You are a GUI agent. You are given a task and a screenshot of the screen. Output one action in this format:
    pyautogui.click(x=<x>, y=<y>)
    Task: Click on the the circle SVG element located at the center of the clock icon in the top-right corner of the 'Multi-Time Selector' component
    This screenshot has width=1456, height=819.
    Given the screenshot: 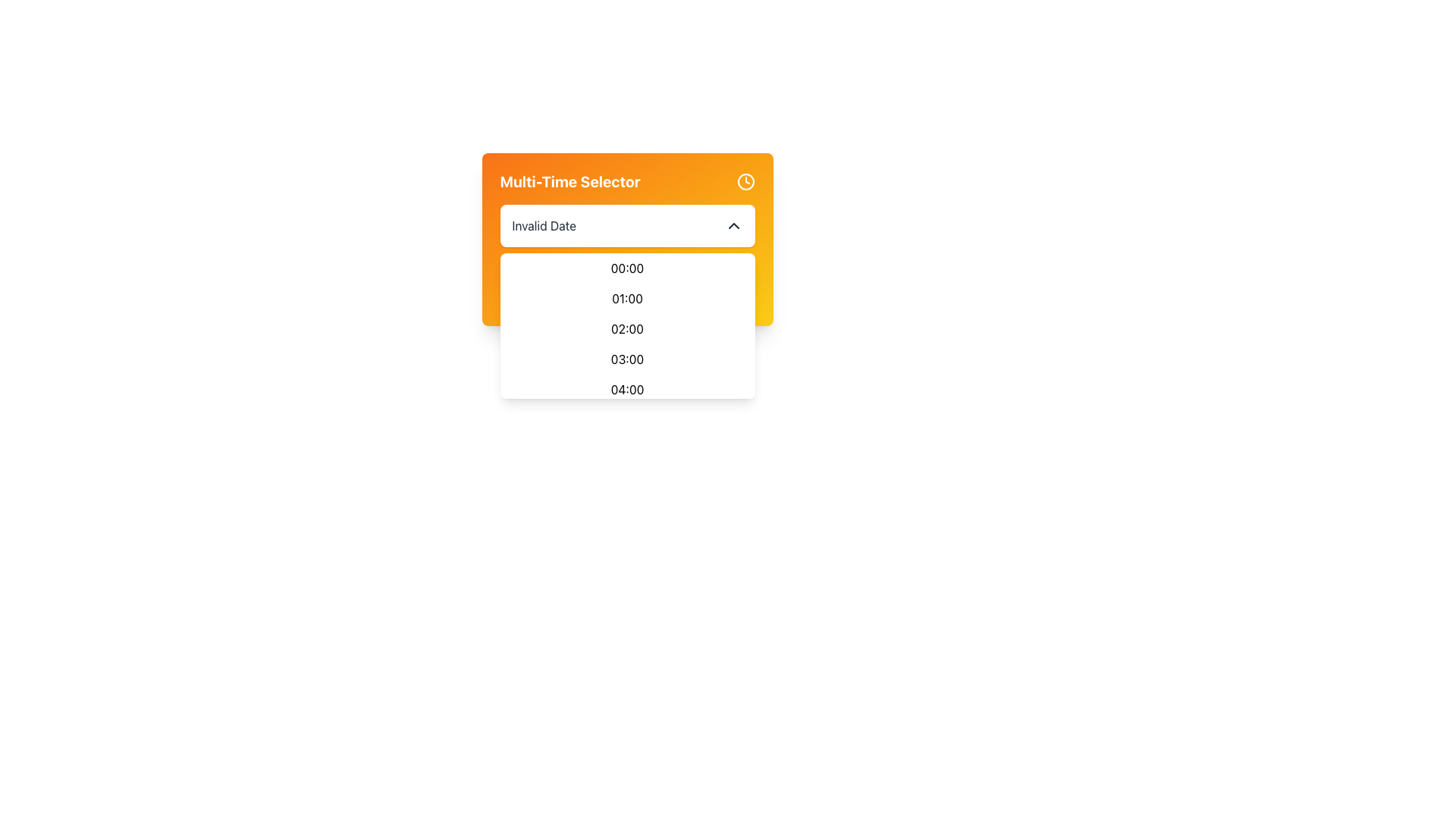 What is the action you would take?
    pyautogui.click(x=745, y=180)
    